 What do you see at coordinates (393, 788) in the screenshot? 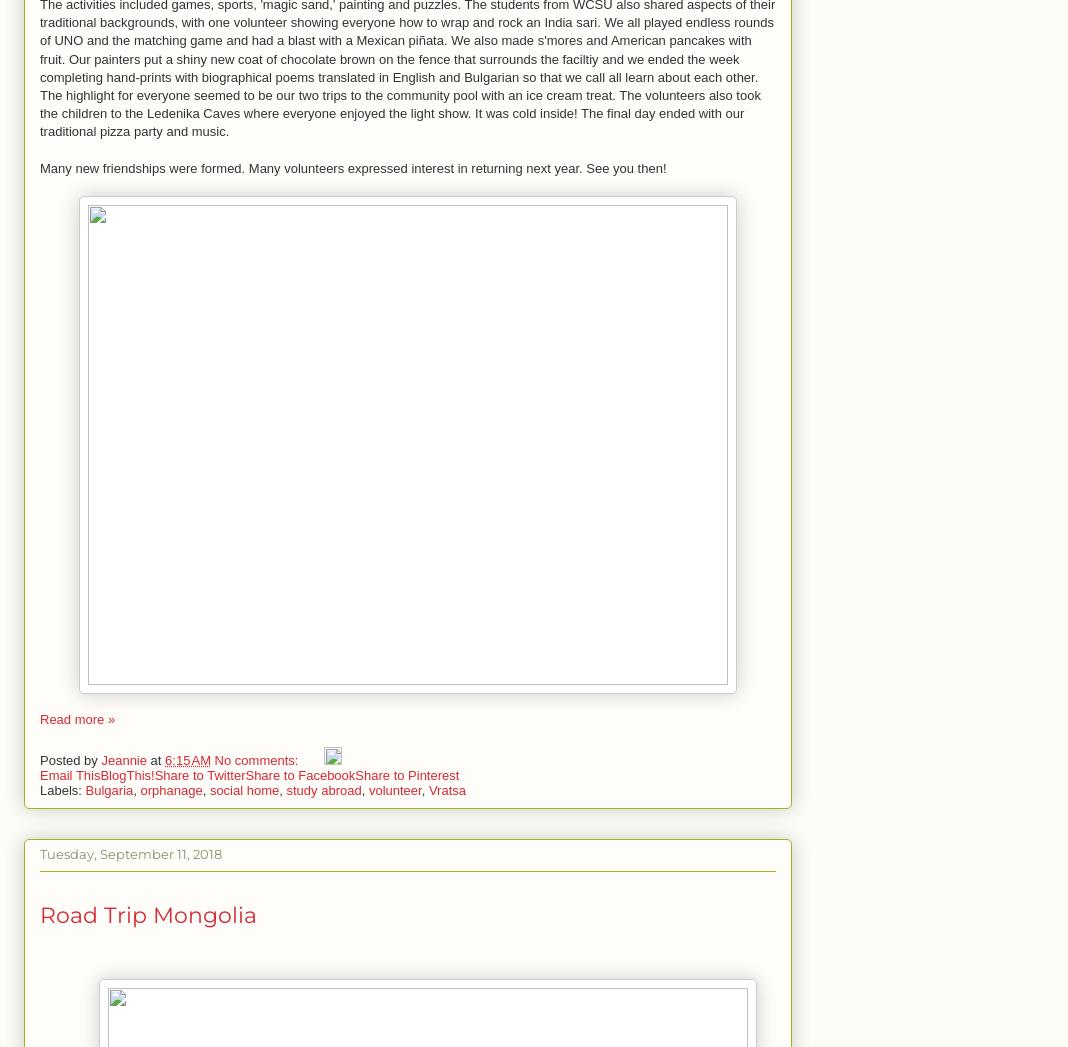
I see `'volunteer'` at bounding box center [393, 788].